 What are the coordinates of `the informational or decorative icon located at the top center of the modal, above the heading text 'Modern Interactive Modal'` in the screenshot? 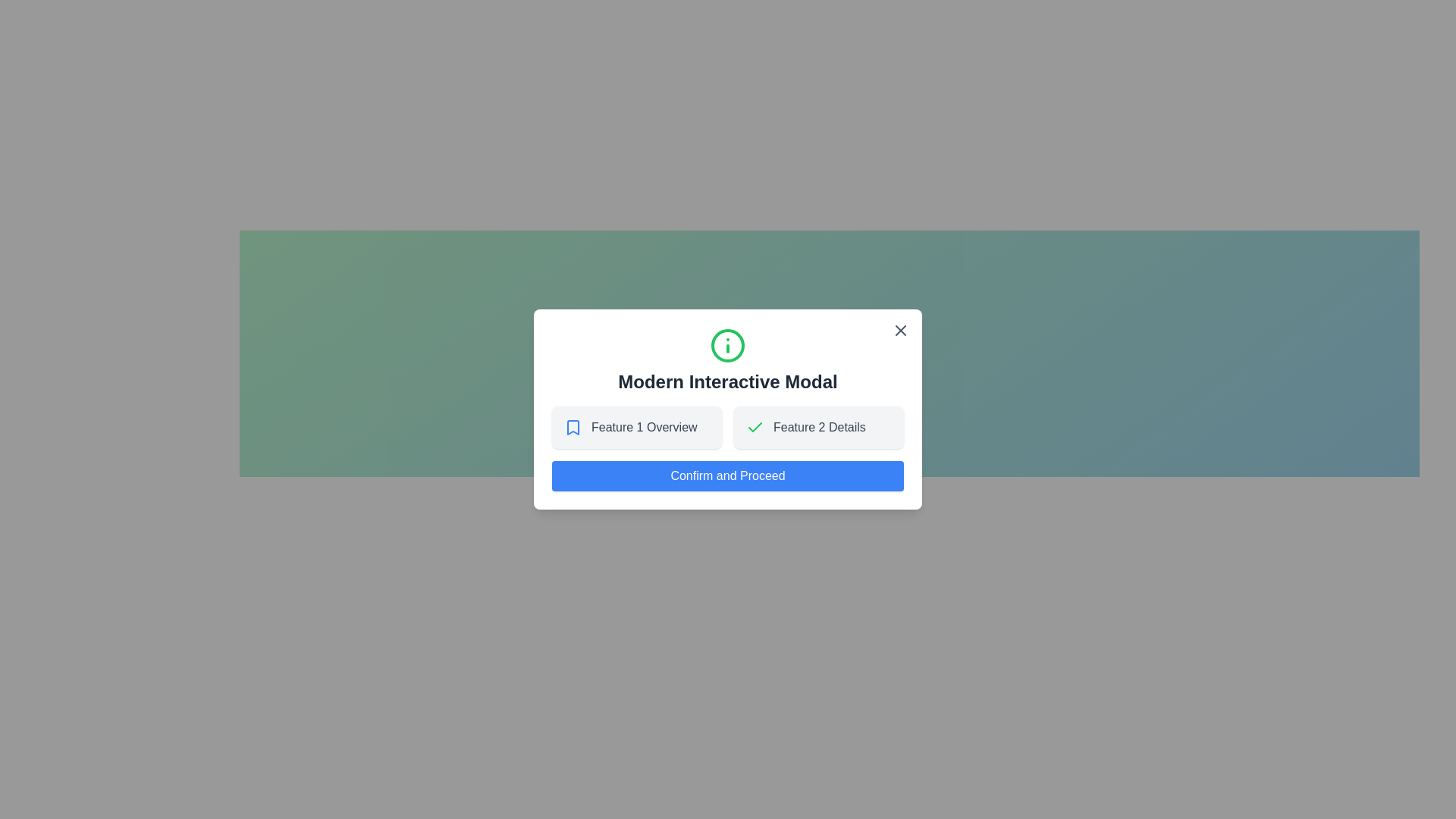 It's located at (728, 345).